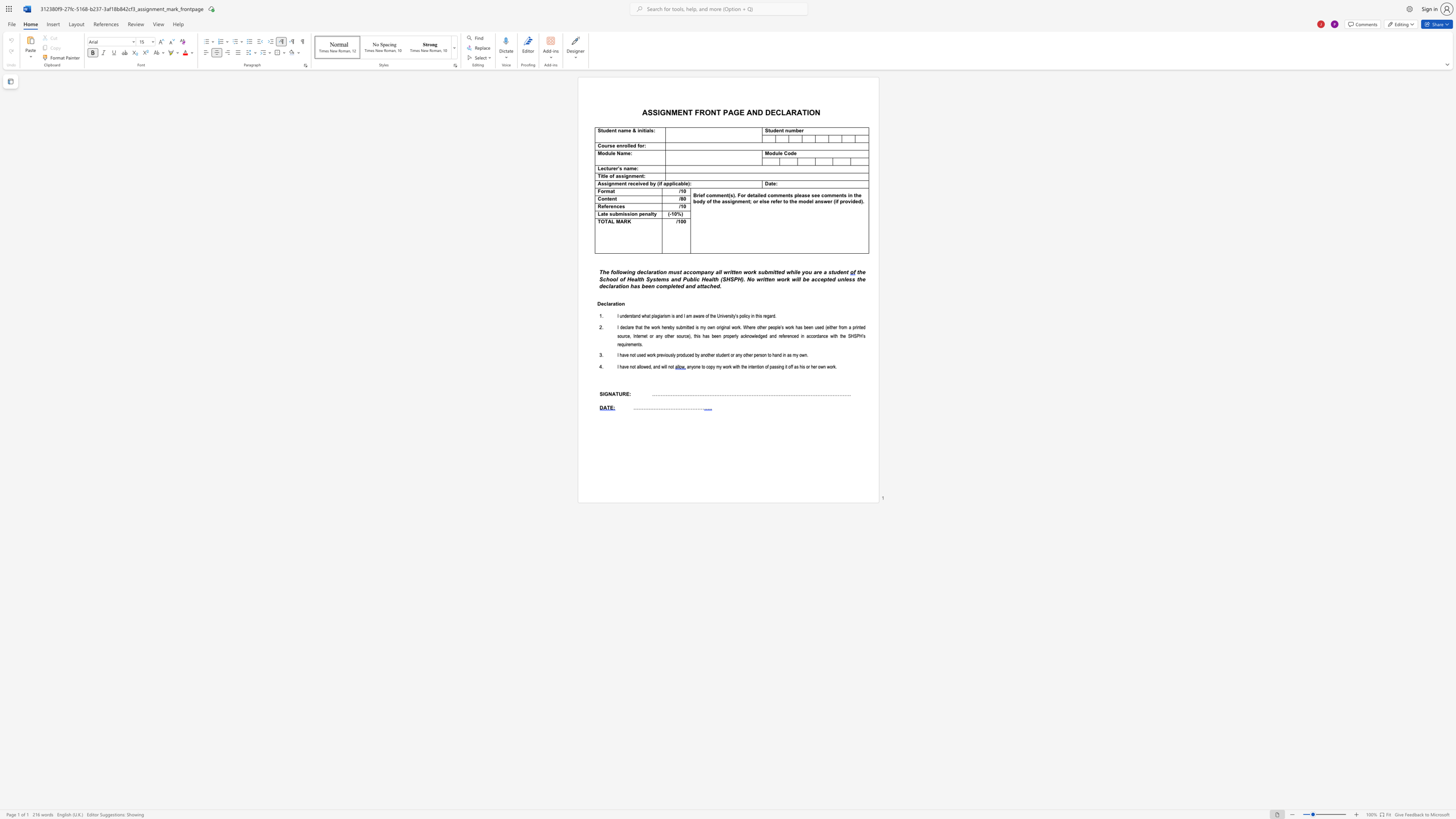 The width and height of the screenshot is (1456, 819). I want to click on the subset text "he" within the text "e work hereby", so click(661, 327).